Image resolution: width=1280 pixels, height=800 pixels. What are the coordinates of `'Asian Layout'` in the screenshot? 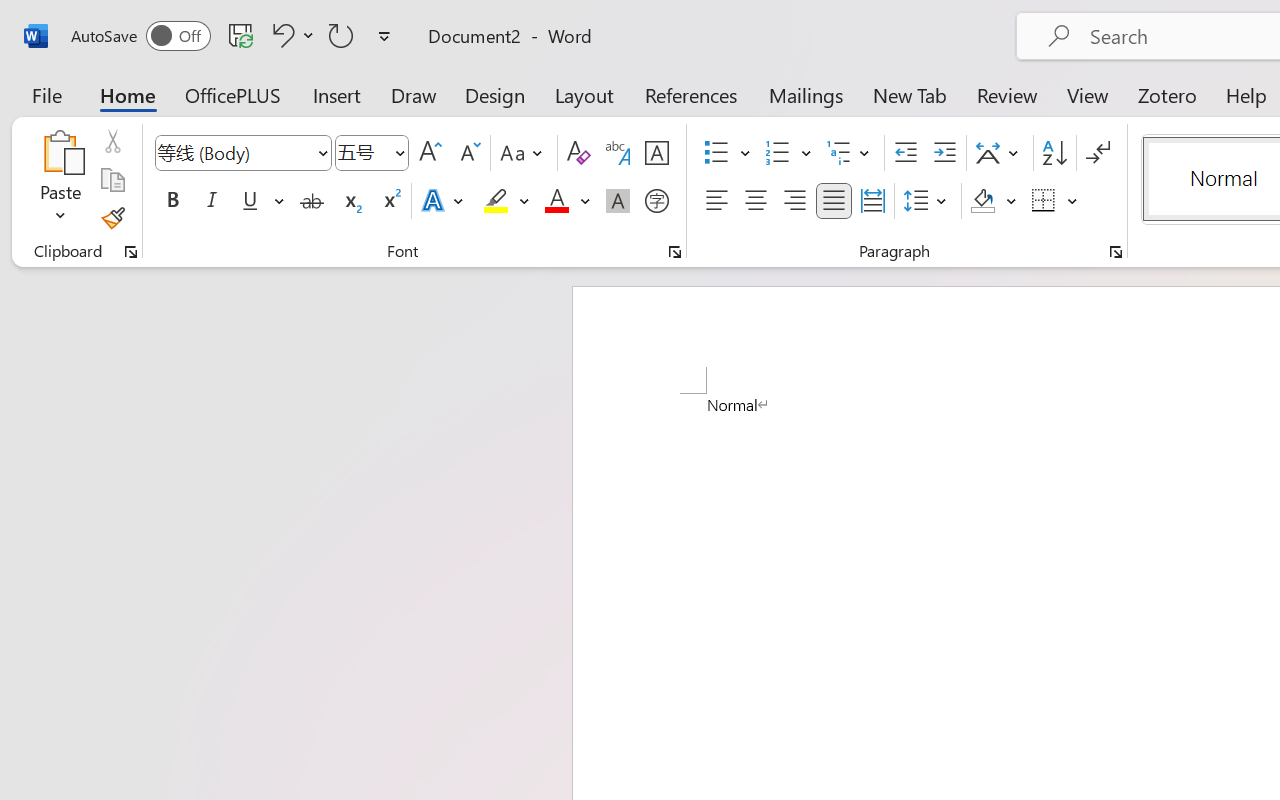 It's located at (1000, 153).